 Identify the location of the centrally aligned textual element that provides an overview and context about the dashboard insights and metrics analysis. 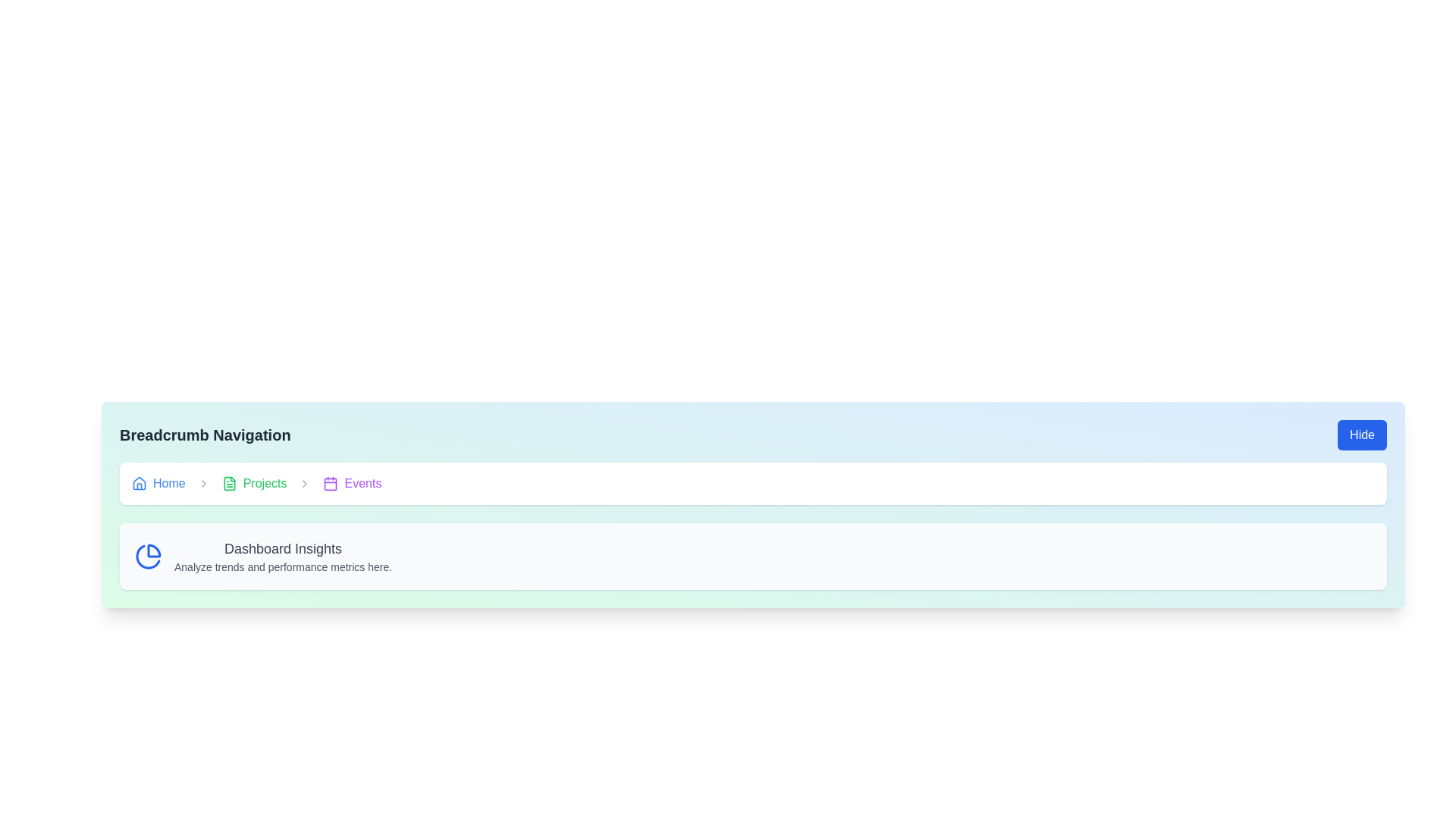
(753, 556).